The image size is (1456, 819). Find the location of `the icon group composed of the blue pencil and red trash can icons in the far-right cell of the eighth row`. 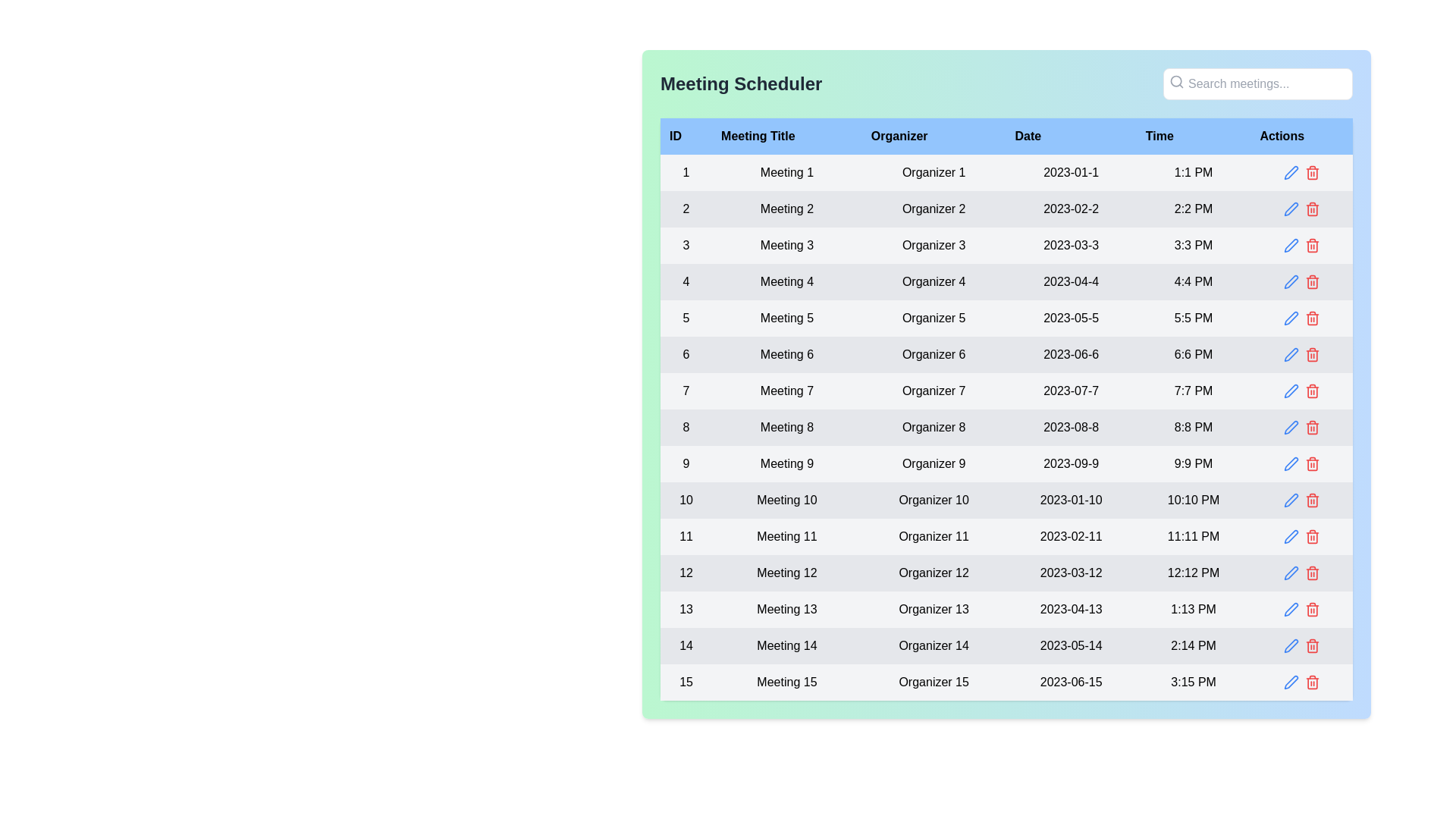

the icon group composed of the blue pencil and red trash can icons in the far-right cell of the eighth row is located at coordinates (1301, 427).